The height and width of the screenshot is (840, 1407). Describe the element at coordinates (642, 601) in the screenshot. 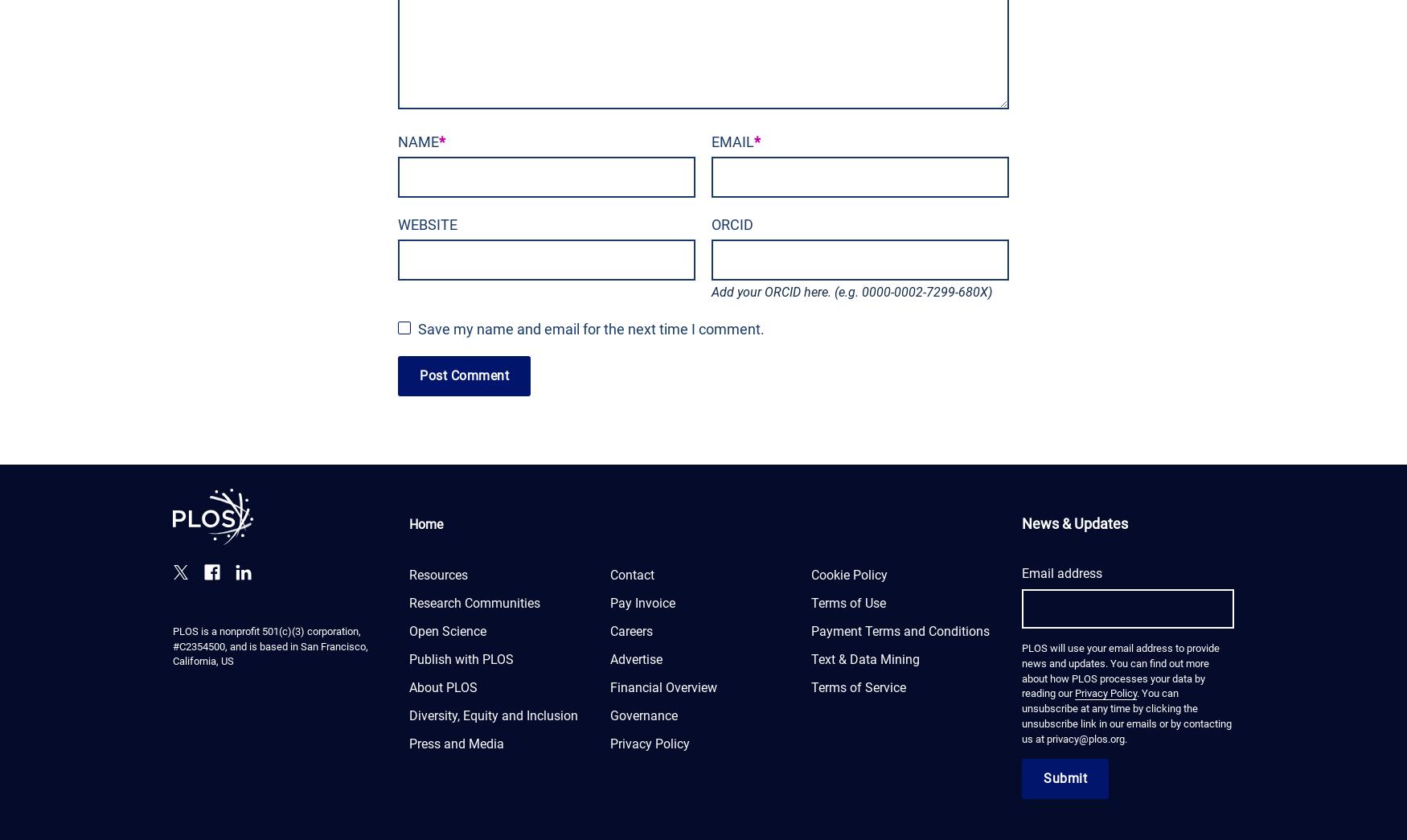

I see `'Pay Invoice'` at that location.